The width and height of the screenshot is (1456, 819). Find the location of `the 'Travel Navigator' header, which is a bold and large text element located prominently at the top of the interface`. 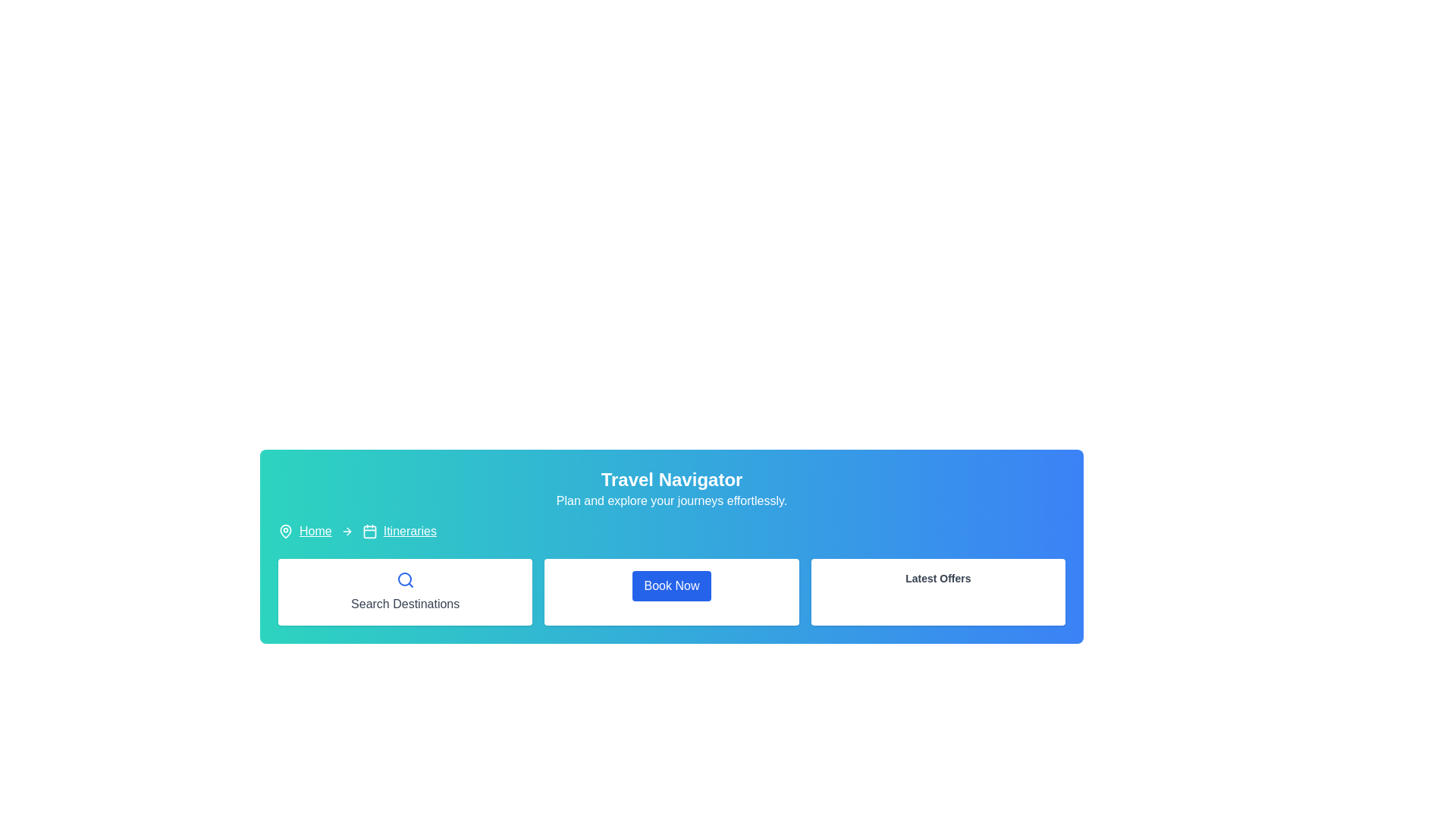

the 'Travel Navigator' header, which is a bold and large text element located prominently at the top of the interface is located at coordinates (671, 479).